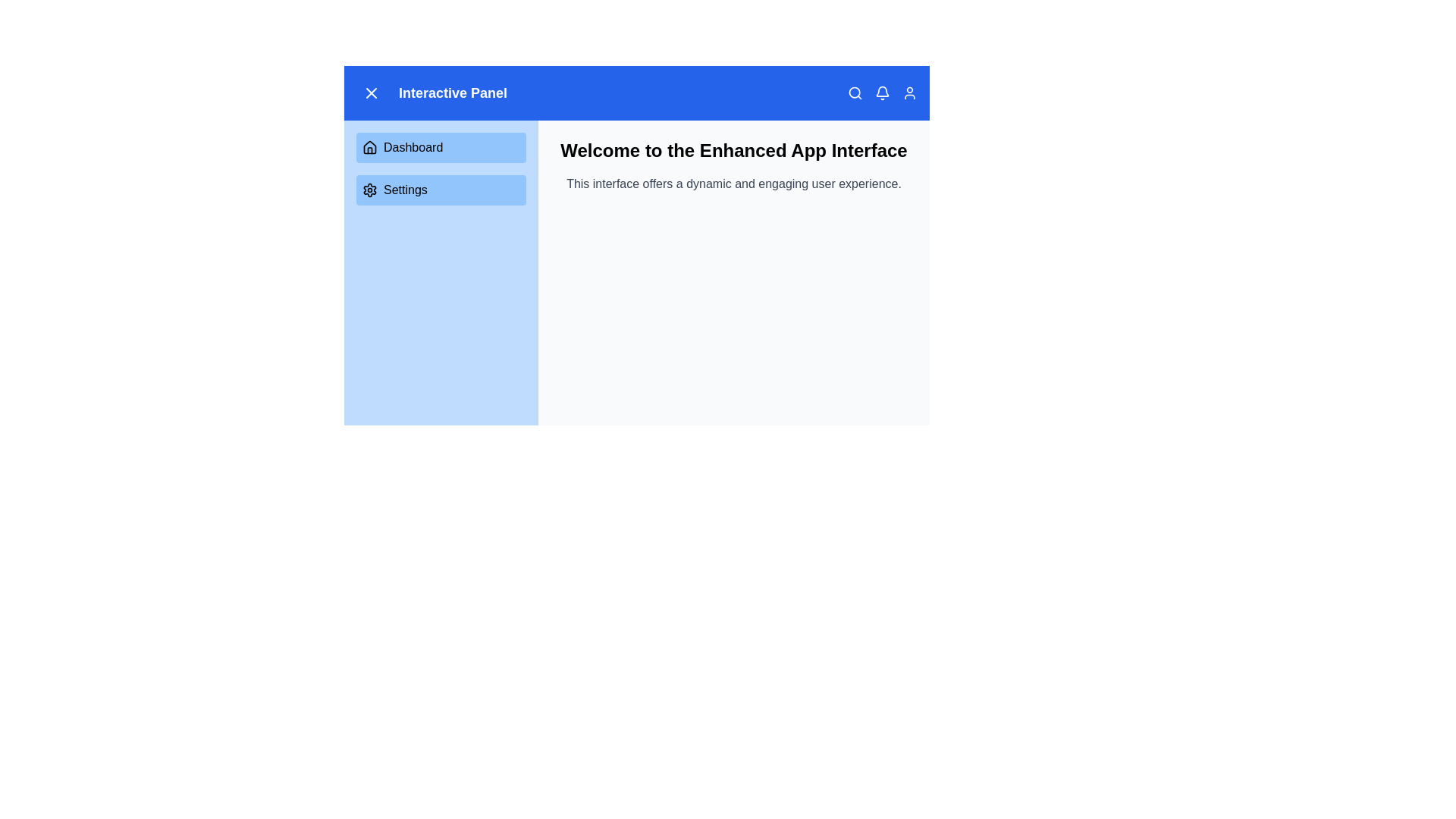  What do you see at coordinates (370, 189) in the screenshot?
I see `the cogwheel icon in the 'Settings' section of the left panel` at bounding box center [370, 189].